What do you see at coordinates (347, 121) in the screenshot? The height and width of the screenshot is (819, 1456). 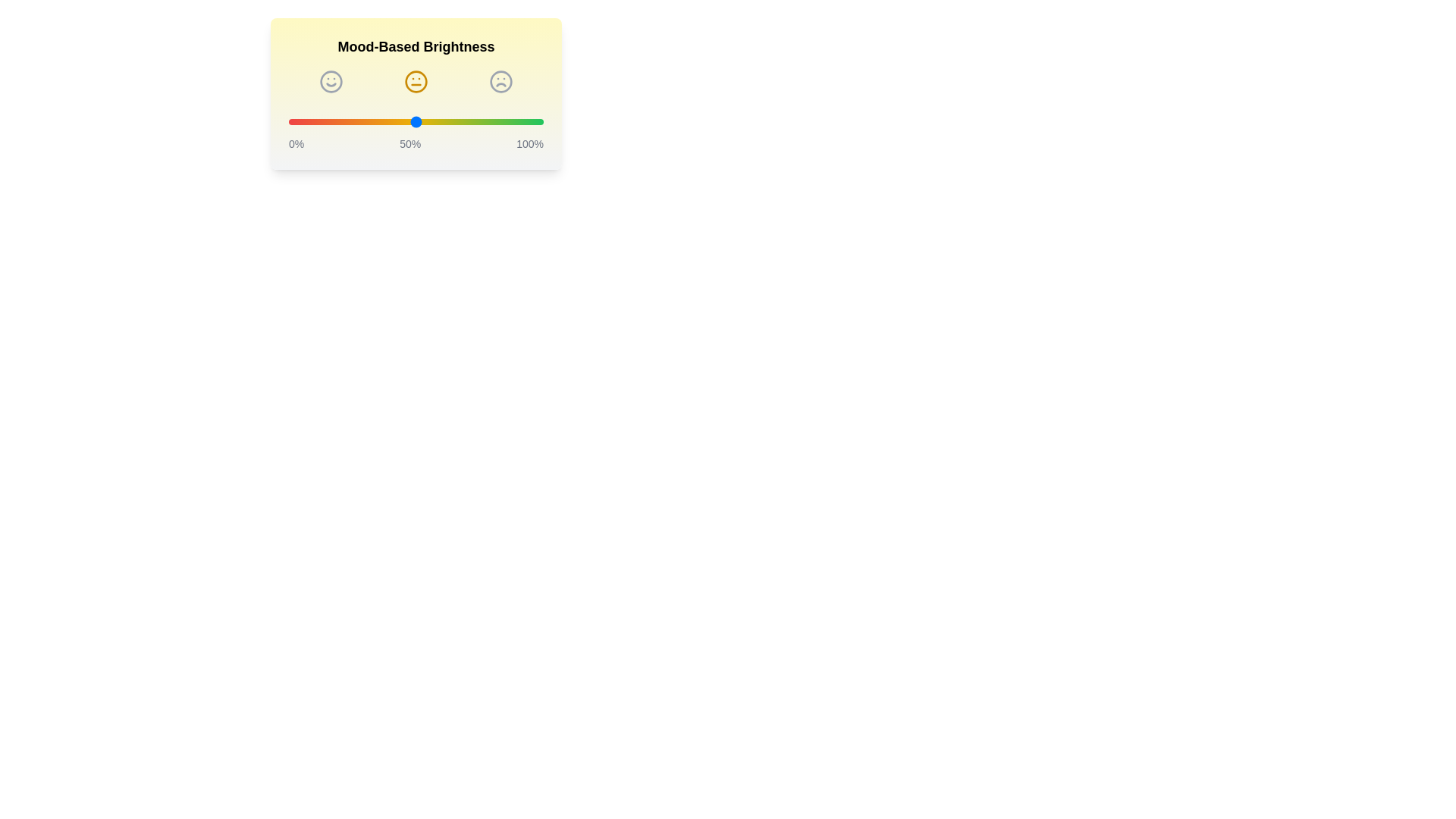 I see `the brightness slider to 23%` at bounding box center [347, 121].